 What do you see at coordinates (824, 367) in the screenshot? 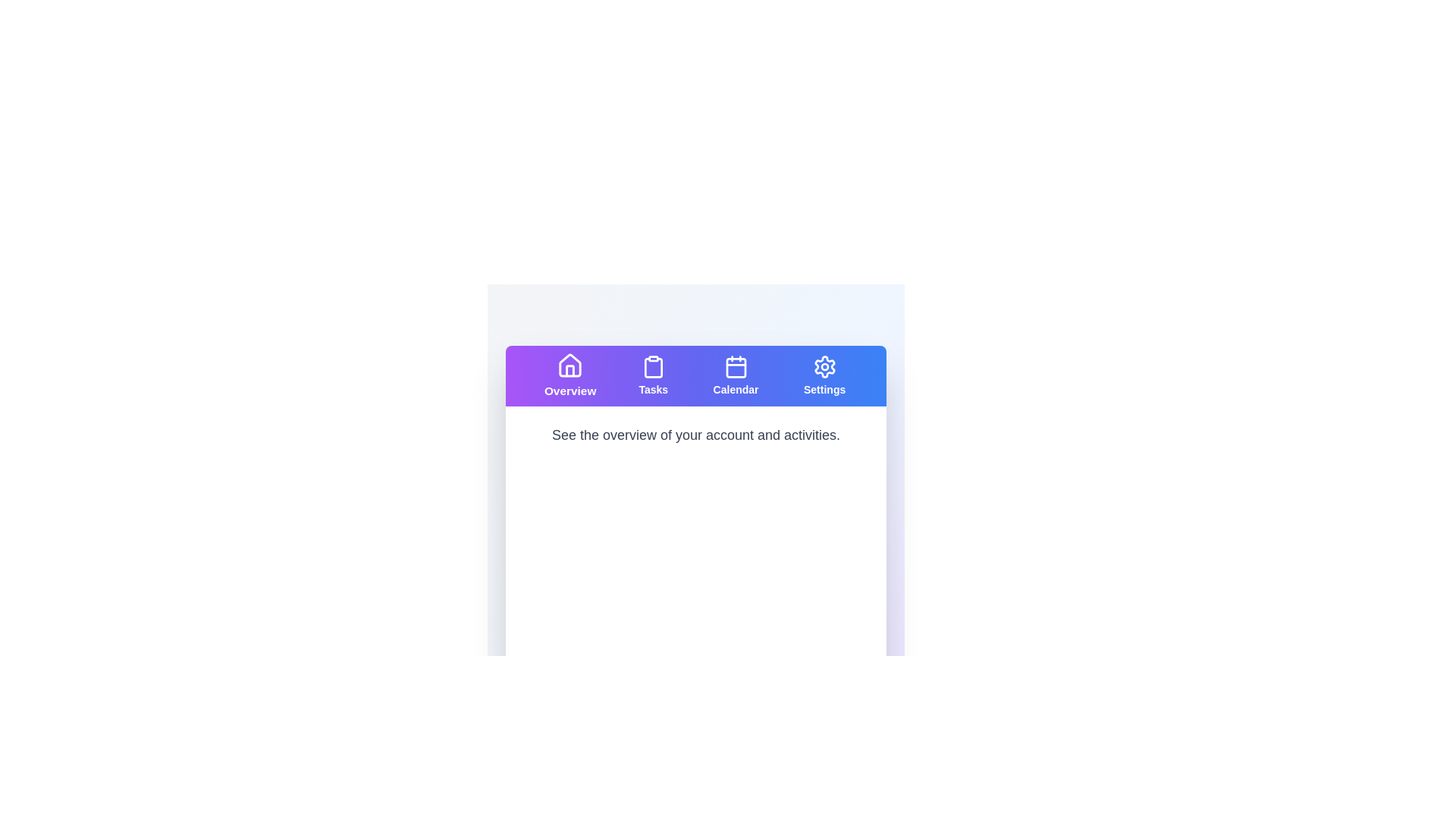
I see `the gear-like settings icon located at the rightmost position in the navigation bar` at bounding box center [824, 367].